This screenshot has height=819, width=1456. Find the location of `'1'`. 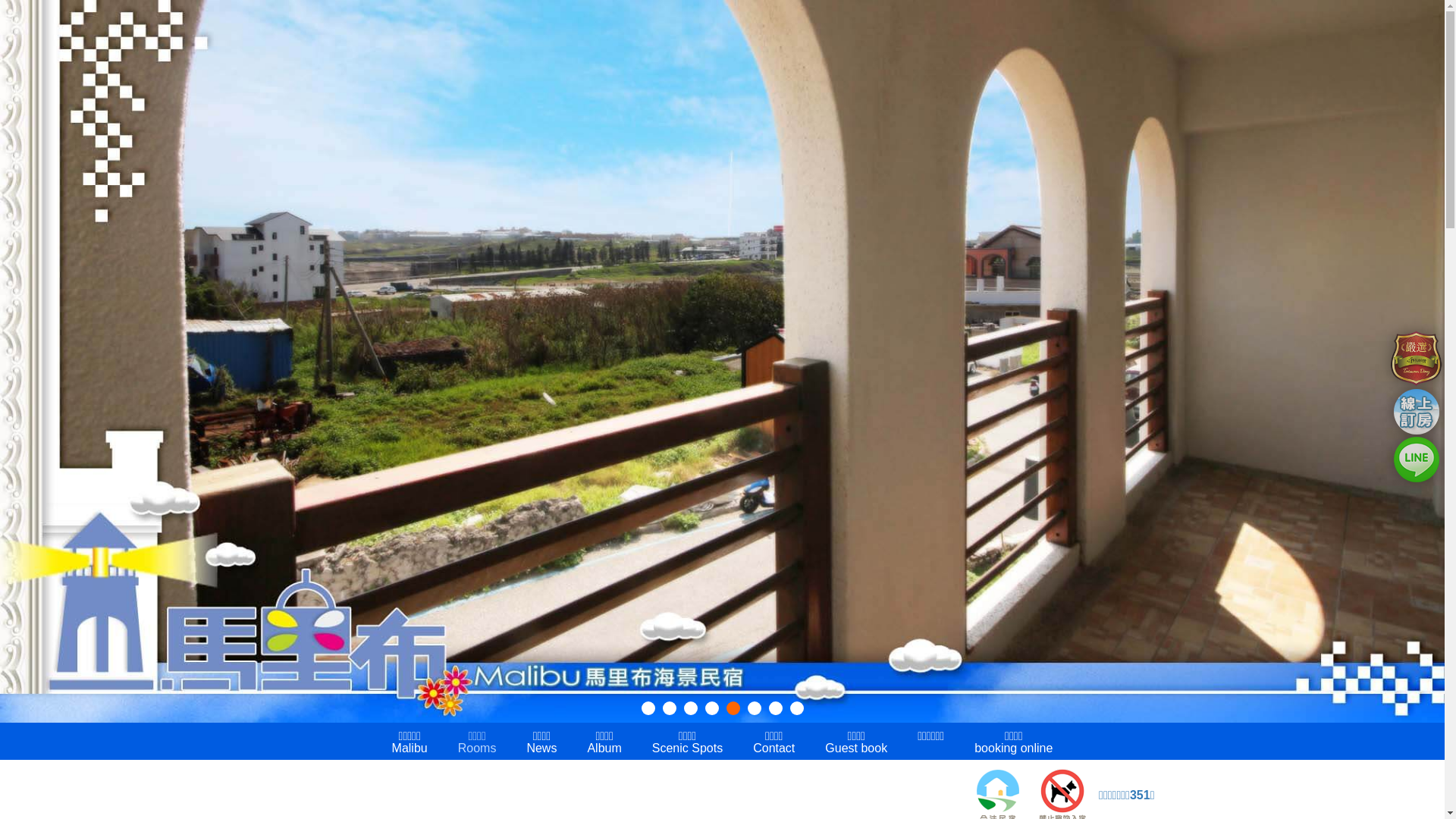

'1' is located at coordinates (648, 708).